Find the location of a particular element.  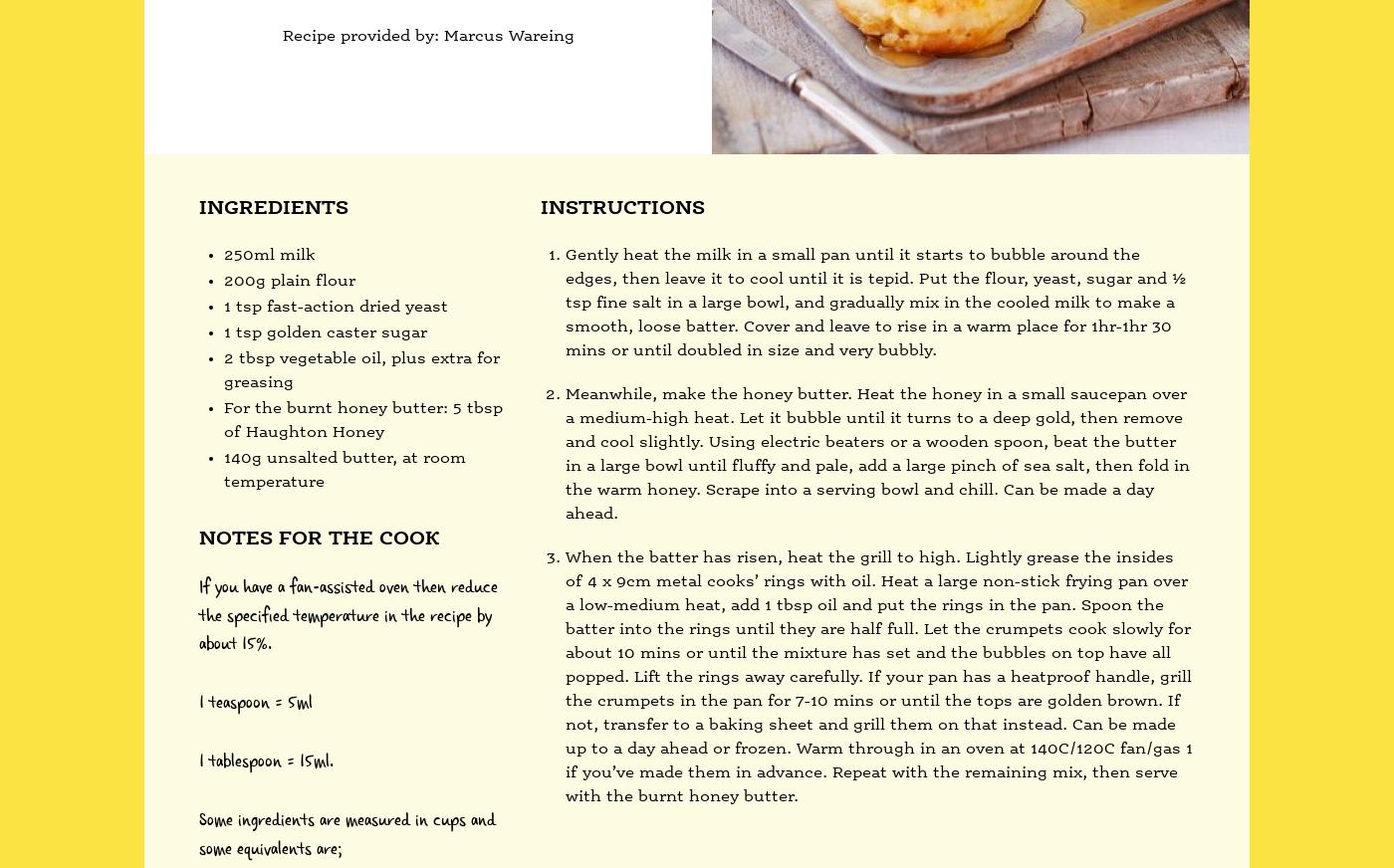

'When the batter has risen, heat the grill to high. Lightly grease the insides of 4 x 9cm metal cooks’ rings with oil. Heat a large non-stick frying pan over a low-medium heat, add 1 tbsp oil and put the rings in the pan. Spoon the batter into the rings until they are half full. Let the crumpets cook slowly for about 10 mins or until the mixture has set and the bubbles on top have all popped. Lift the rings away carefully. If your pan has a heatproof handle, grill the crumpets in the pan for 7-10 mins or until the tops are golden brown. If not, transfer to a baking sheet and grill them on that instead. Can be made up to a day ahead or frozen. Warm through in an oven at 140C/120C fan/gas 1 if you’ve made them in advance. Repeat with the remaining mix, then serve with the burnt honey butter.' is located at coordinates (565, 675).